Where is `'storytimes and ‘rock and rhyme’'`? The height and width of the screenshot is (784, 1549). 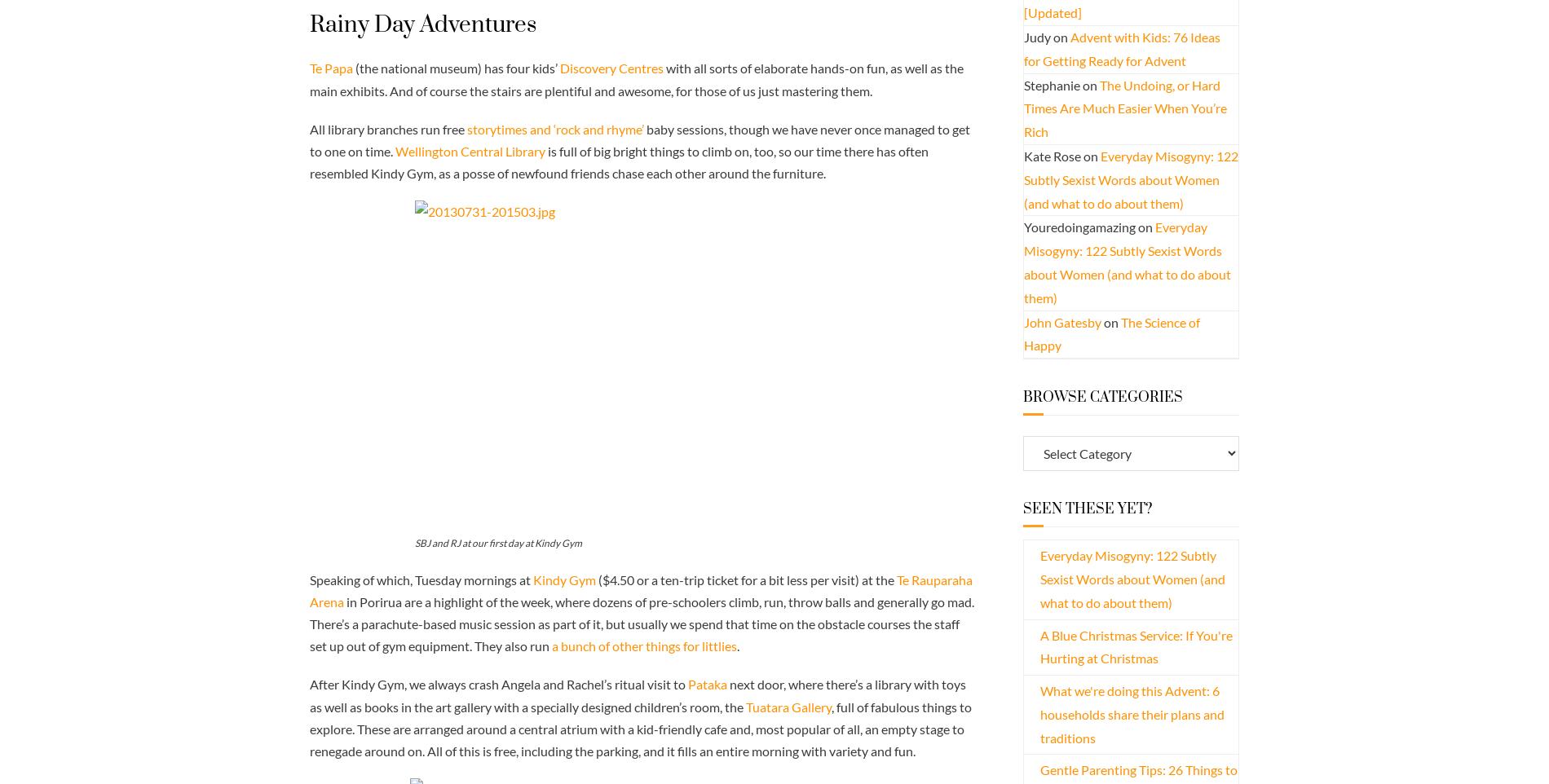 'storytimes and ‘rock and rhyme’' is located at coordinates (555, 128).